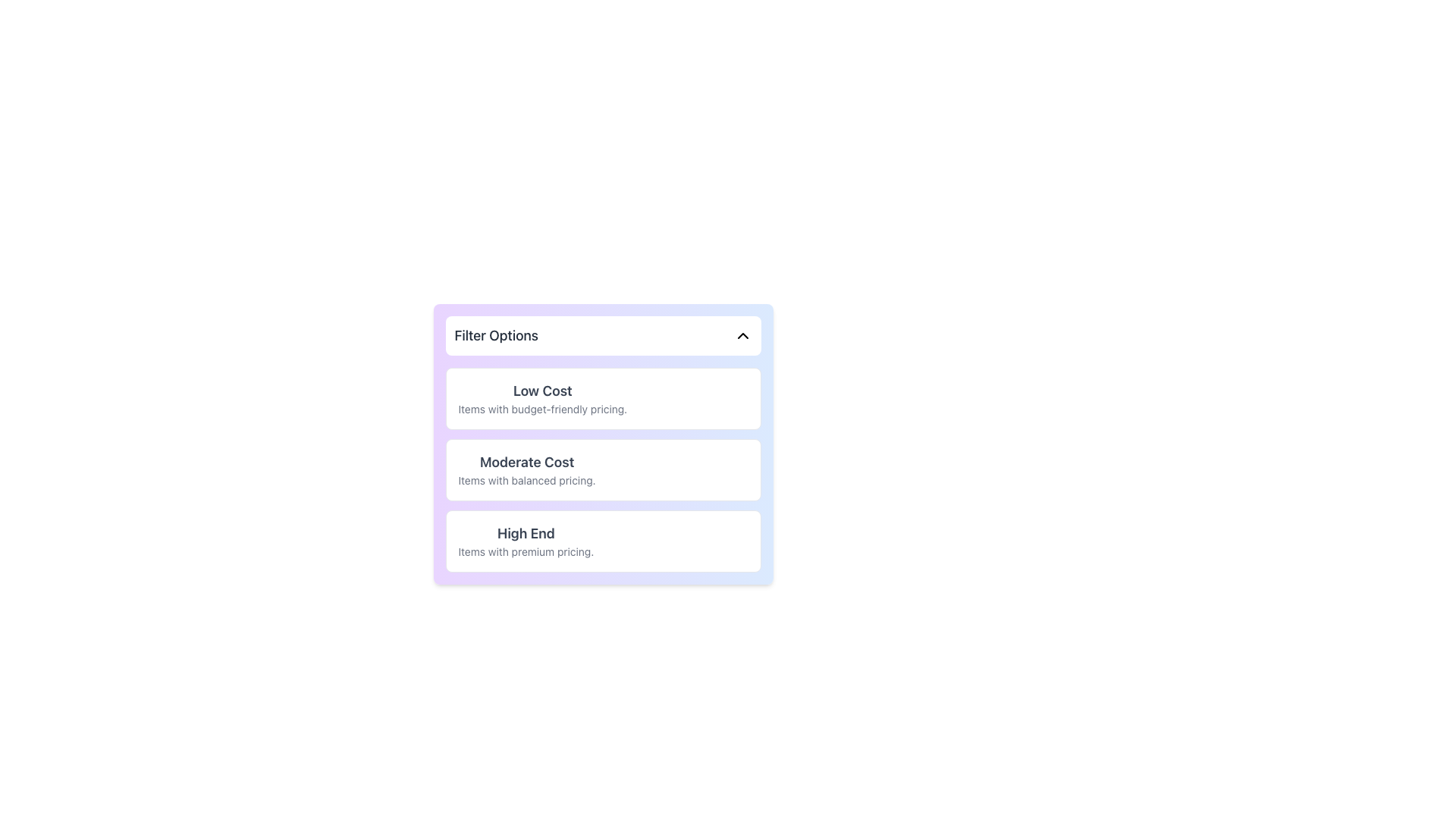  Describe the element at coordinates (602, 469) in the screenshot. I see `the 'Moderate Cost' interactive card, which is the second card in the vertically arranged filter options, positioned below the 'Low Cost' card and above the 'High End' card` at that location.